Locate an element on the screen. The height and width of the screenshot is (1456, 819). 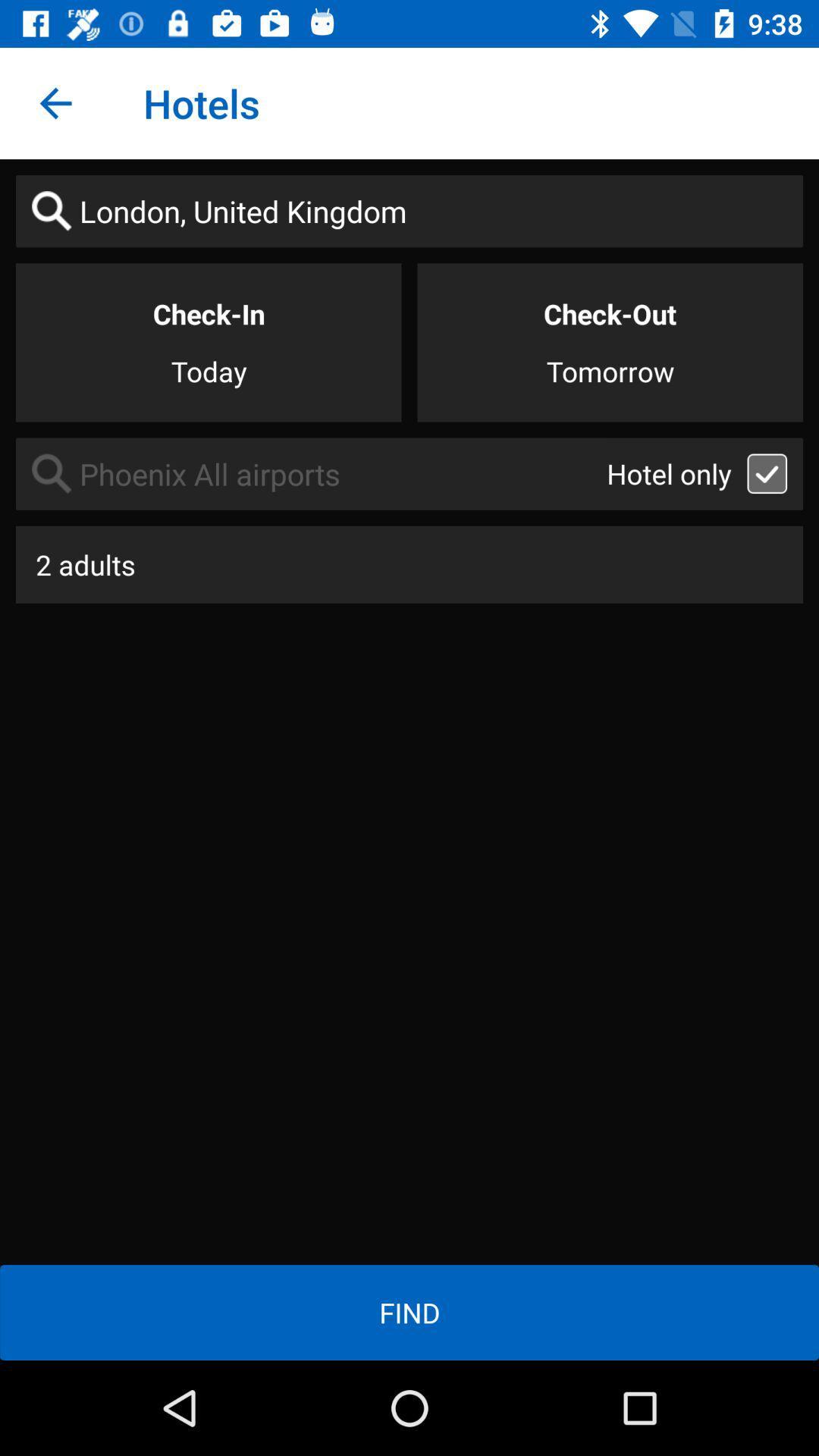
london, united kingdom is located at coordinates (409, 210).